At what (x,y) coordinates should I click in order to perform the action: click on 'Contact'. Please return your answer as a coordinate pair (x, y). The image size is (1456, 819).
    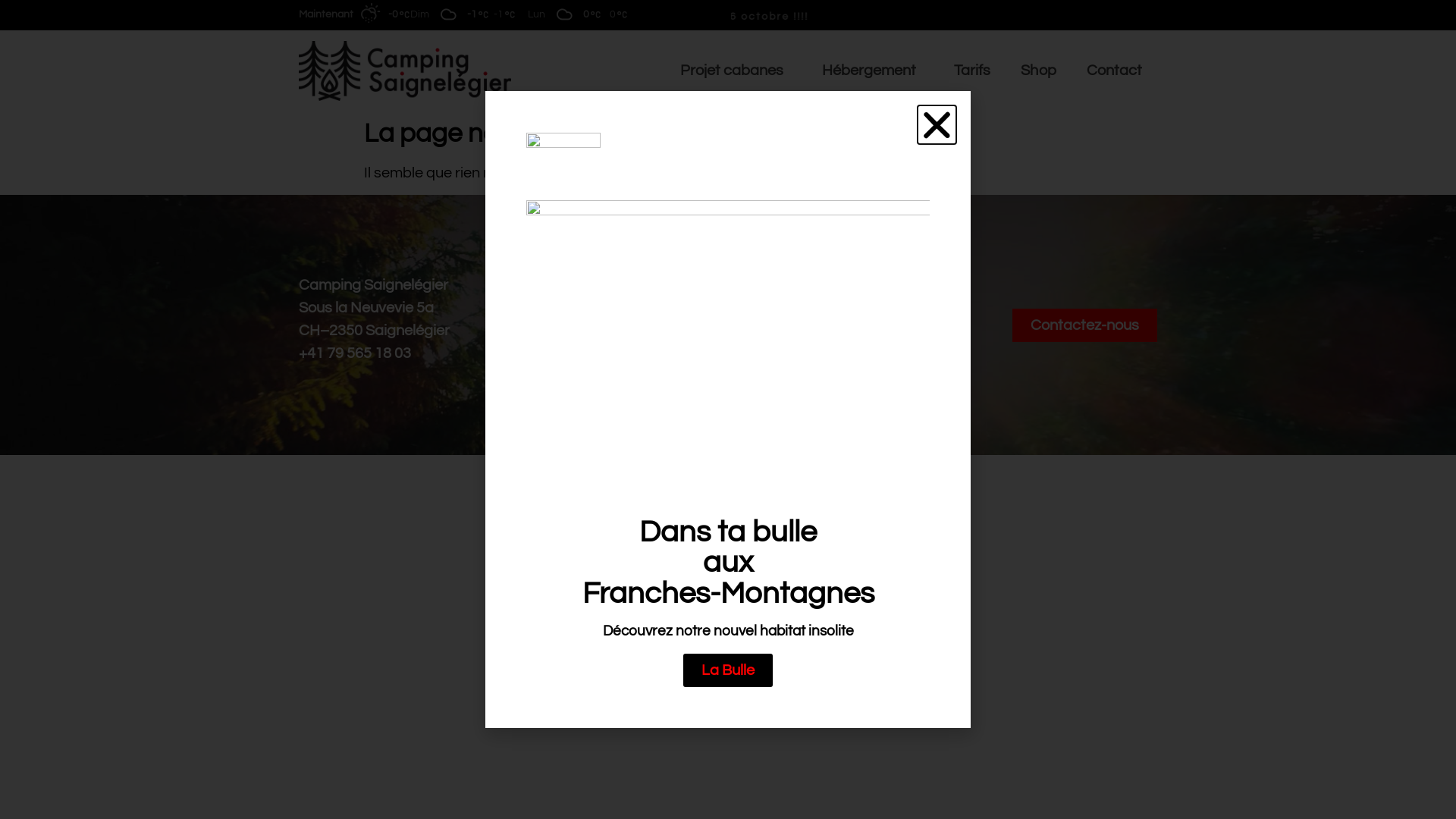
    Looking at the image, I should click on (1070, 70).